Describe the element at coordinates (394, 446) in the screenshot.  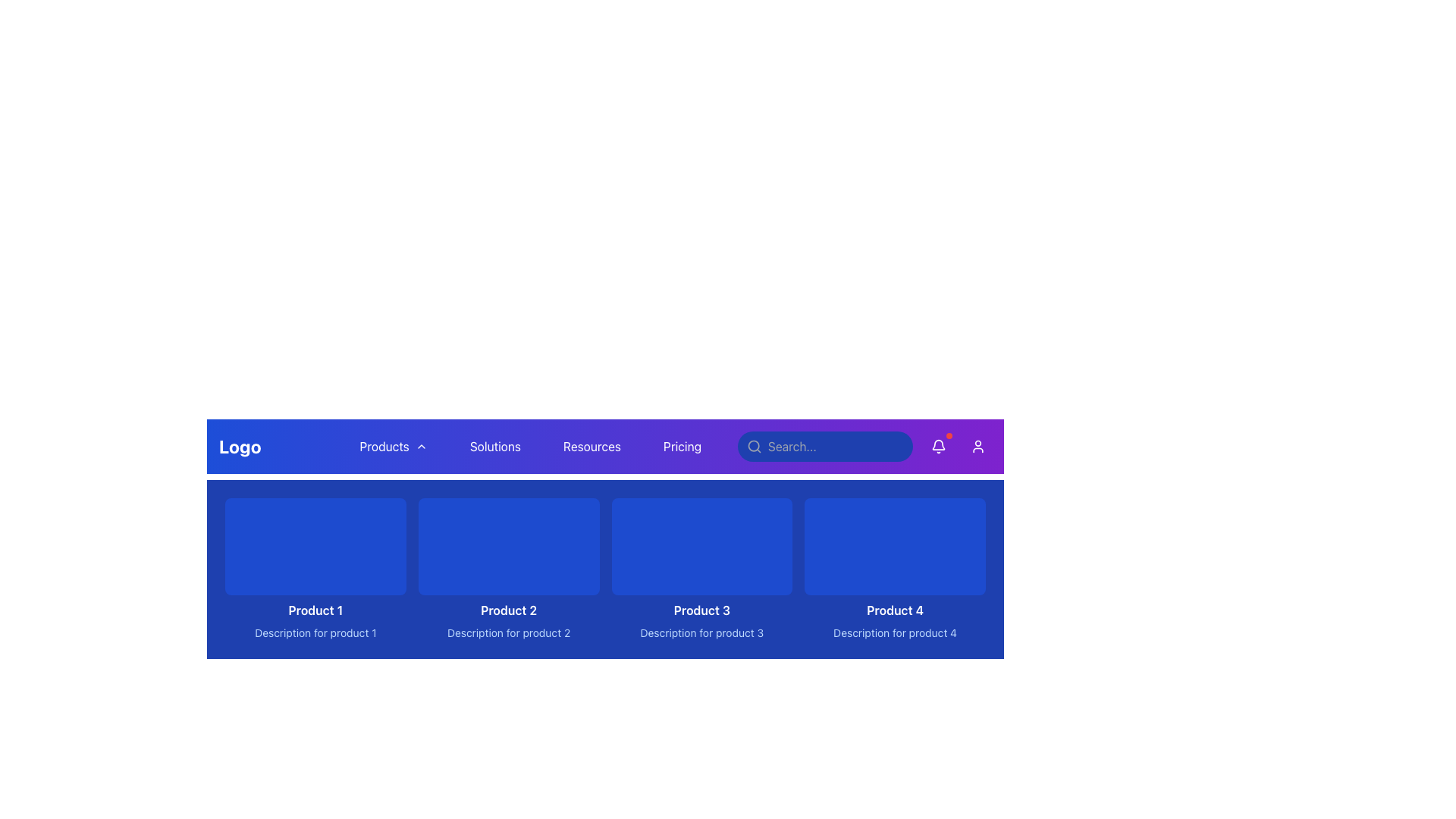
I see `the 'Products' dropdown menu trigger, which is styled with white text on a blue background and includes a chevron pointing downwards` at that location.